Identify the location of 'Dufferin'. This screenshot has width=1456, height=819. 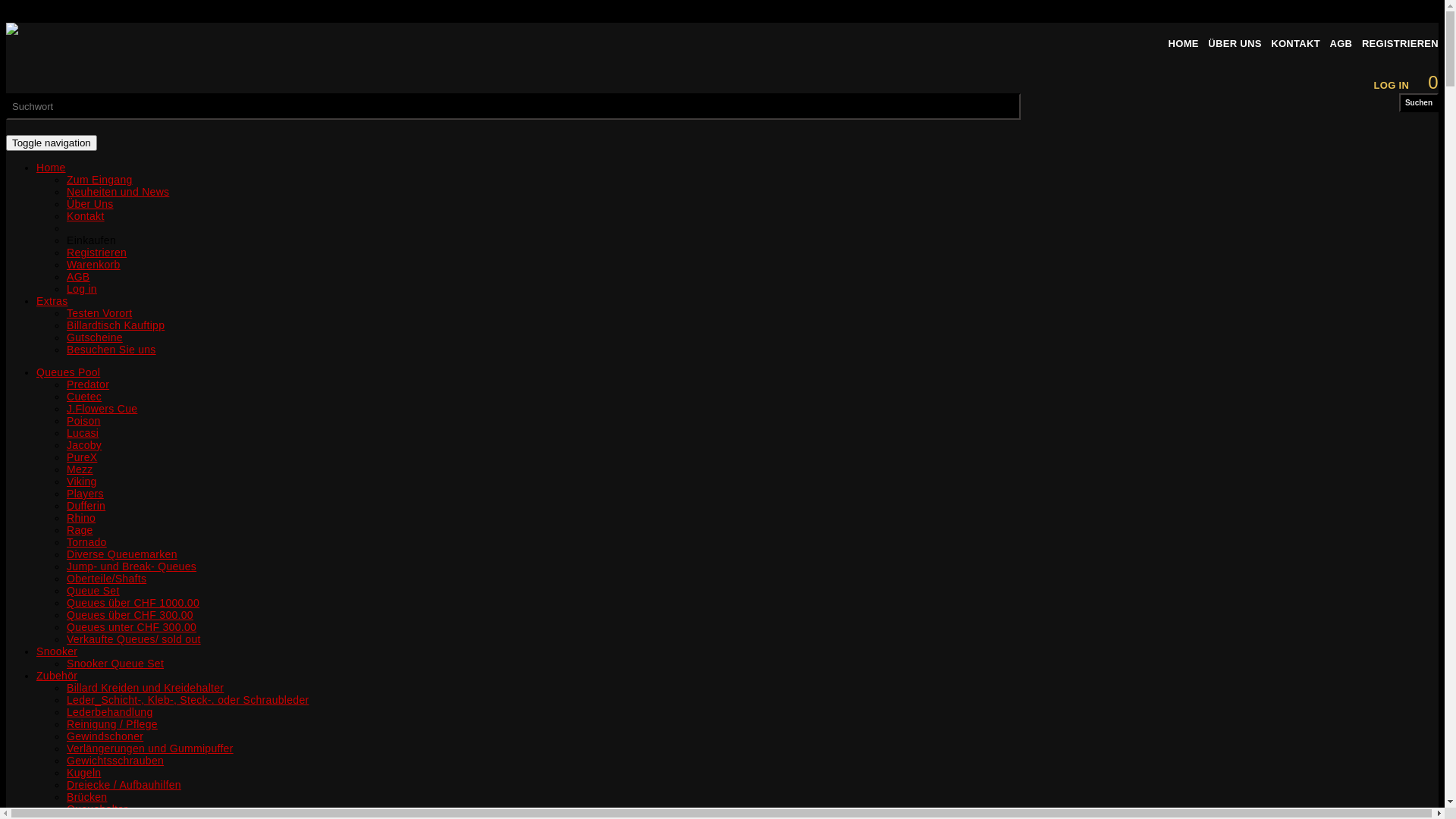
(85, 506).